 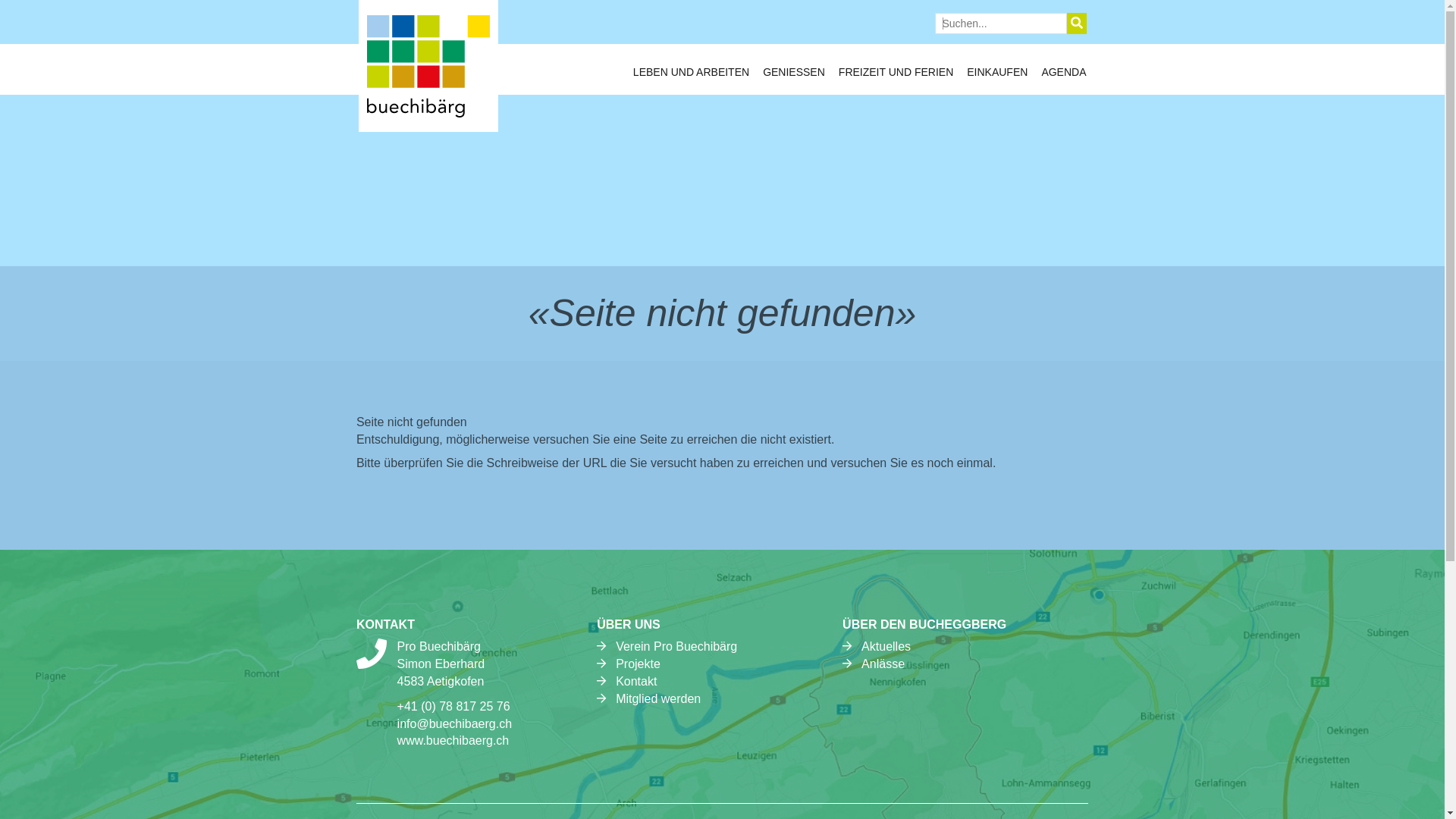 I want to click on 'GENIESSEN', so click(x=792, y=76).